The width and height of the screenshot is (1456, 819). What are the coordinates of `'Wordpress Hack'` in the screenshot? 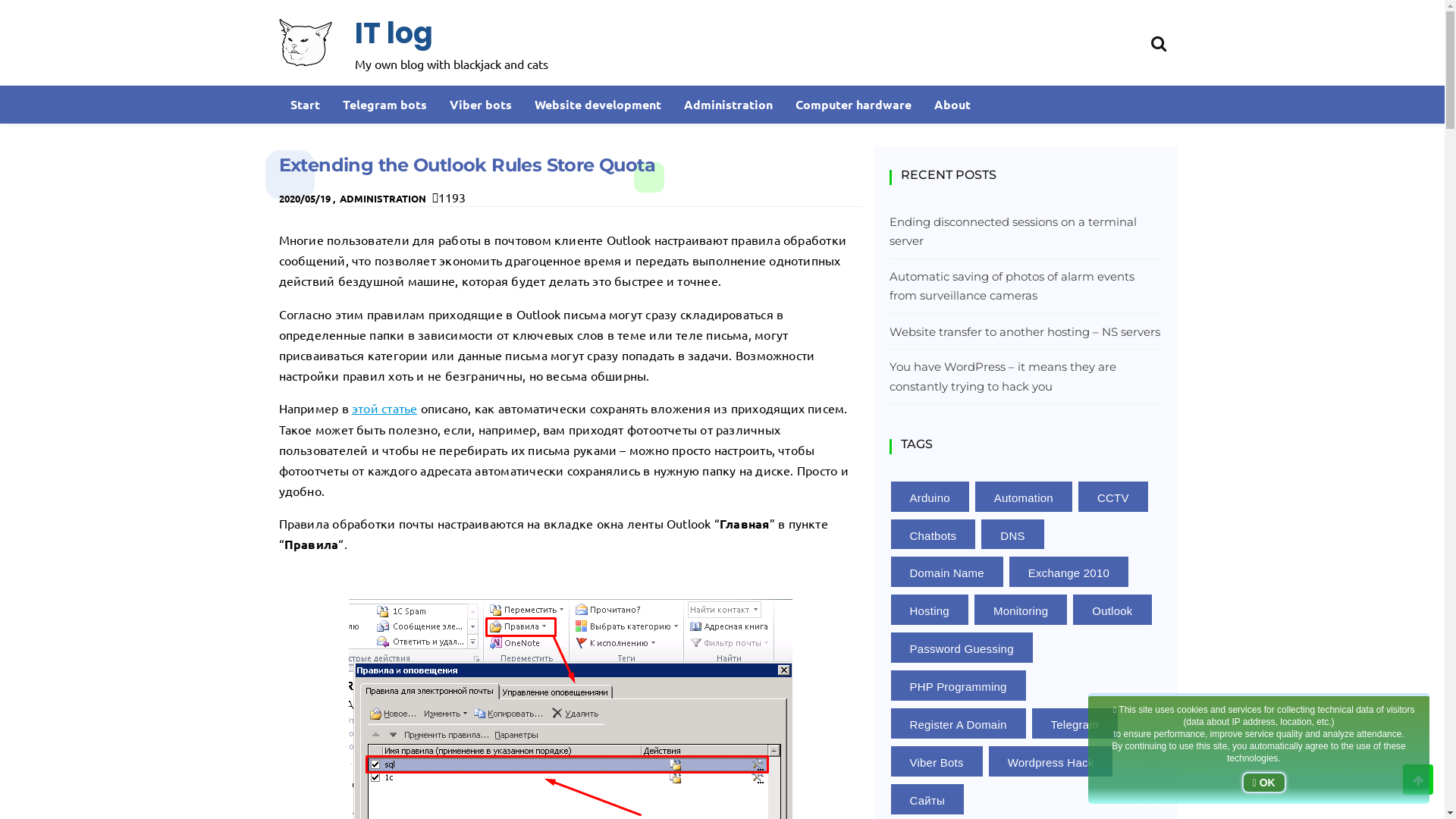 It's located at (1050, 761).